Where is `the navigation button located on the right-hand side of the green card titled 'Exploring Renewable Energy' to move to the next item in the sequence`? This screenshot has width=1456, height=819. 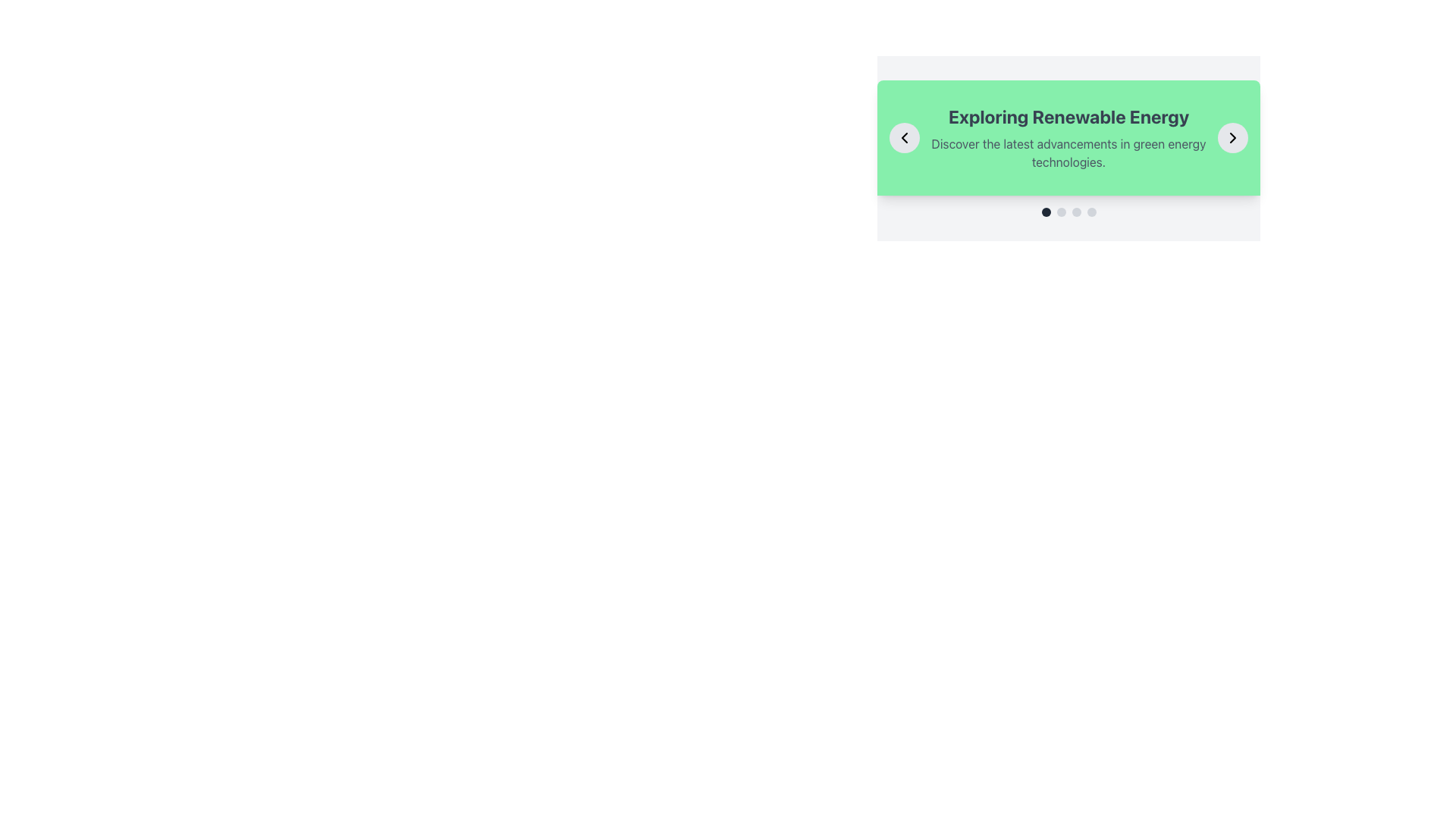
the navigation button located on the right-hand side of the green card titled 'Exploring Renewable Energy' to move to the next item in the sequence is located at coordinates (1233, 137).